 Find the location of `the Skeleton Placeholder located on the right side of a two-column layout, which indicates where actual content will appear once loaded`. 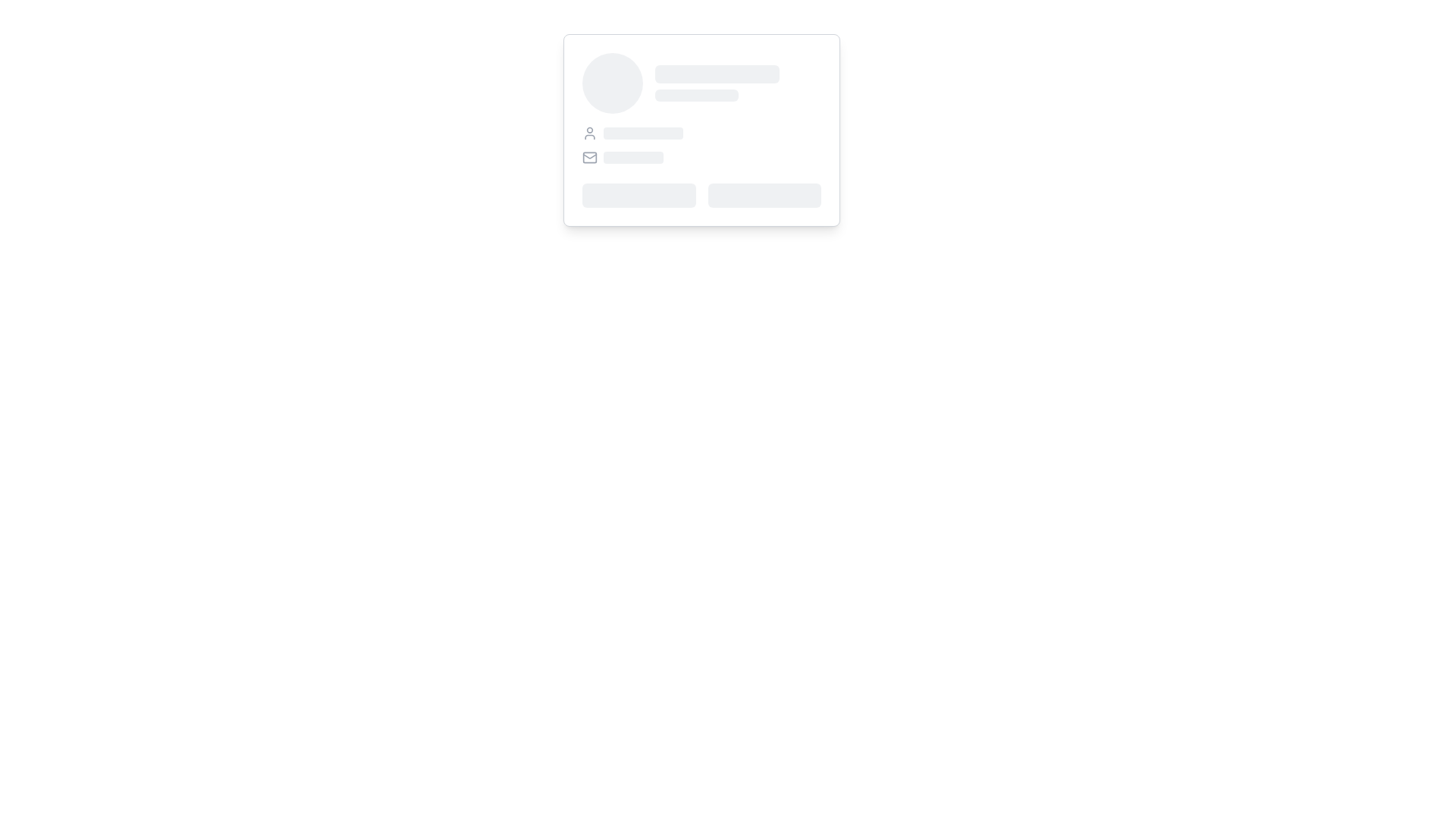

the Skeleton Placeholder located on the right side of a two-column layout, which indicates where actual content will appear once loaded is located at coordinates (764, 195).